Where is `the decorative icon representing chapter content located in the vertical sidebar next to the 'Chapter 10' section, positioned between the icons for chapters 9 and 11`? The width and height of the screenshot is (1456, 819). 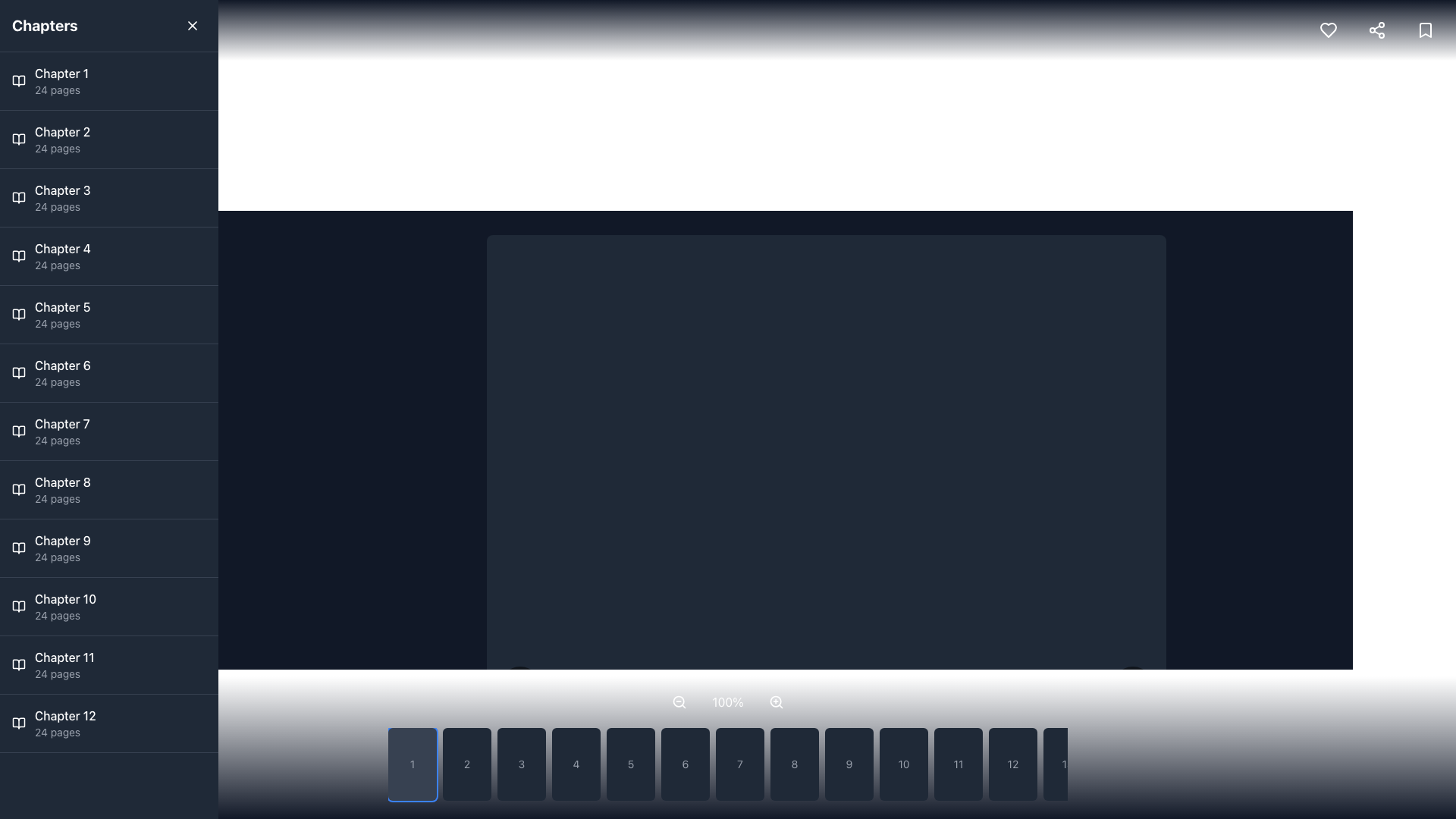 the decorative icon representing chapter content located in the vertical sidebar next to the 'Chapter 10' section, positioned between the icons for chapters 9 and 11 is located at coordinates (18, 605).